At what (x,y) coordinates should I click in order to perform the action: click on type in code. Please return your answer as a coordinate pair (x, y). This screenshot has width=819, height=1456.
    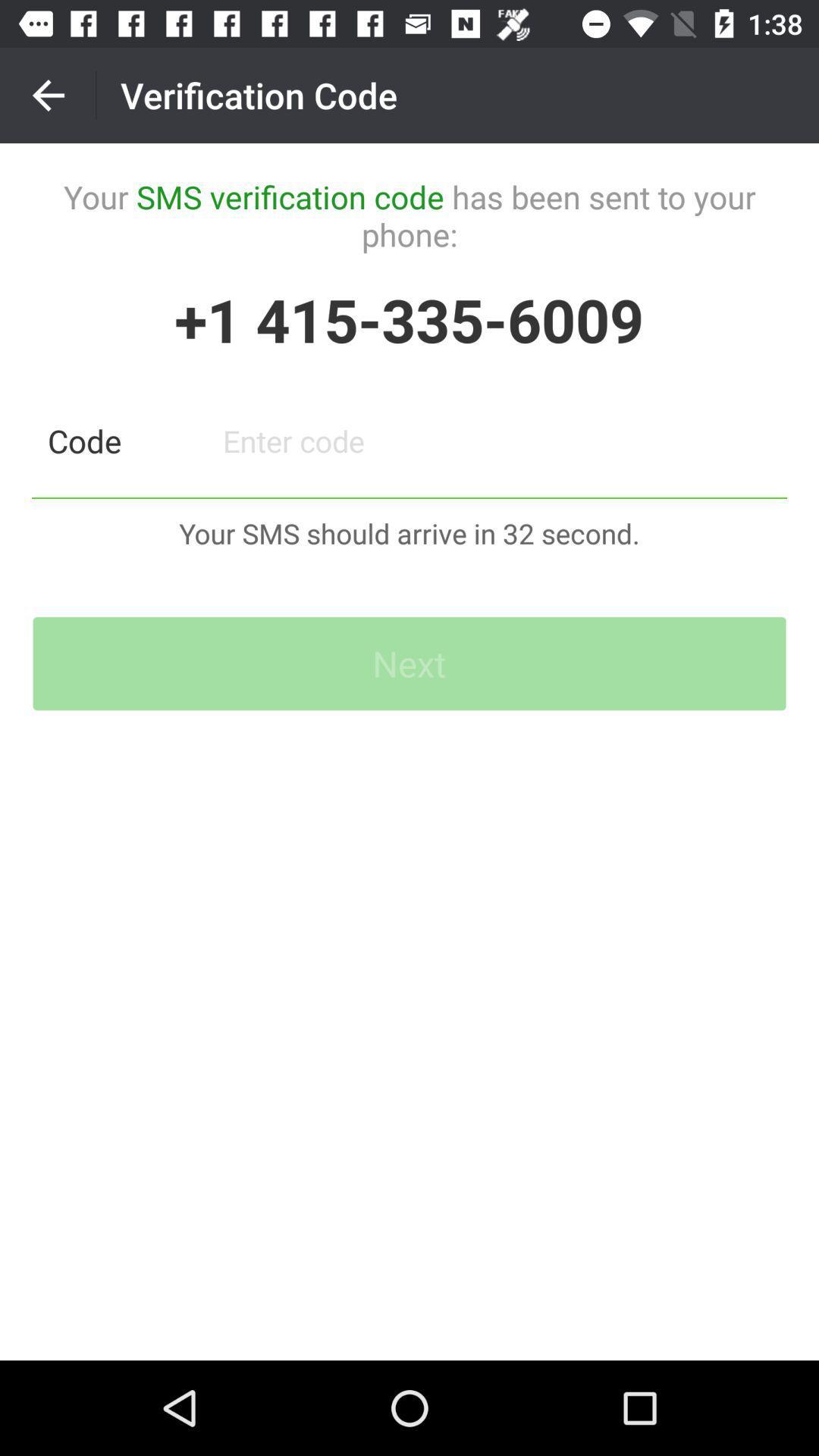
    Looking at the image, I should click on (497, 440).